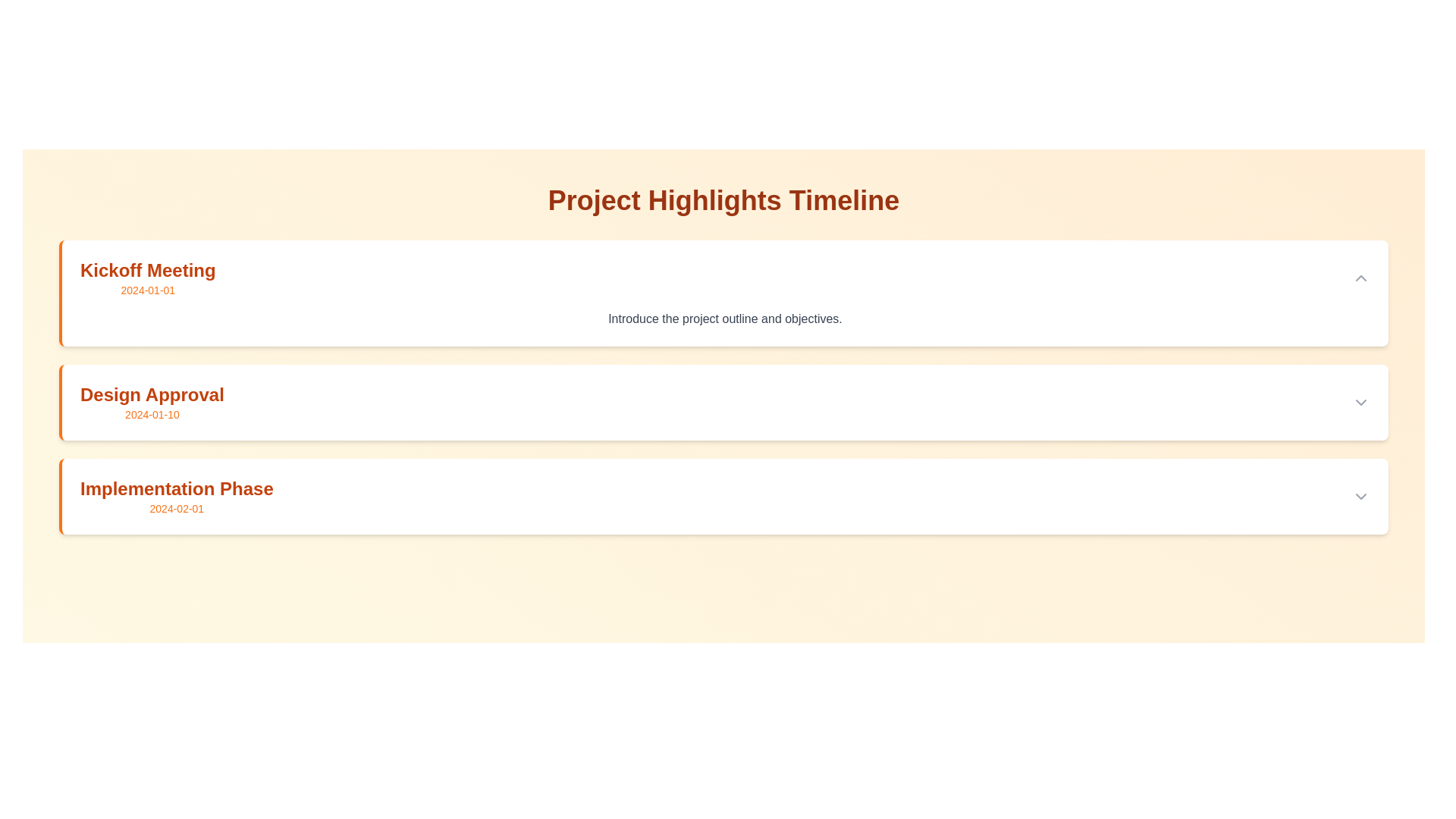 The height and width of the screenshot is (819, 1456). Describe the element at coordinates (177, 488) in the screenshot. I see `text label that represents the title of the timeline entry for the 'Implementation Phase' with the associated date '2024-02-01'` at that location.